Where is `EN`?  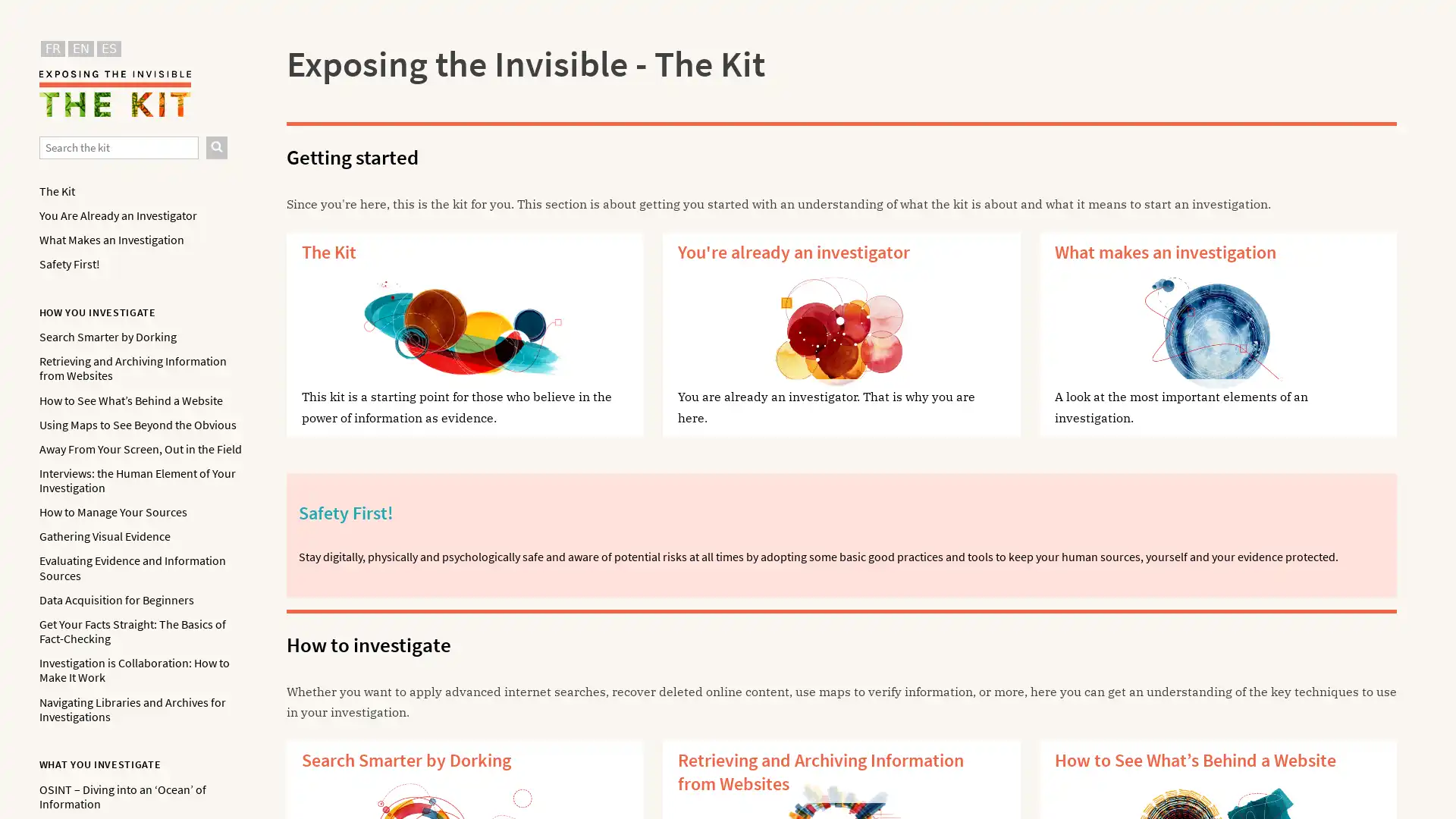 EN is located at coordinates (79, 47).